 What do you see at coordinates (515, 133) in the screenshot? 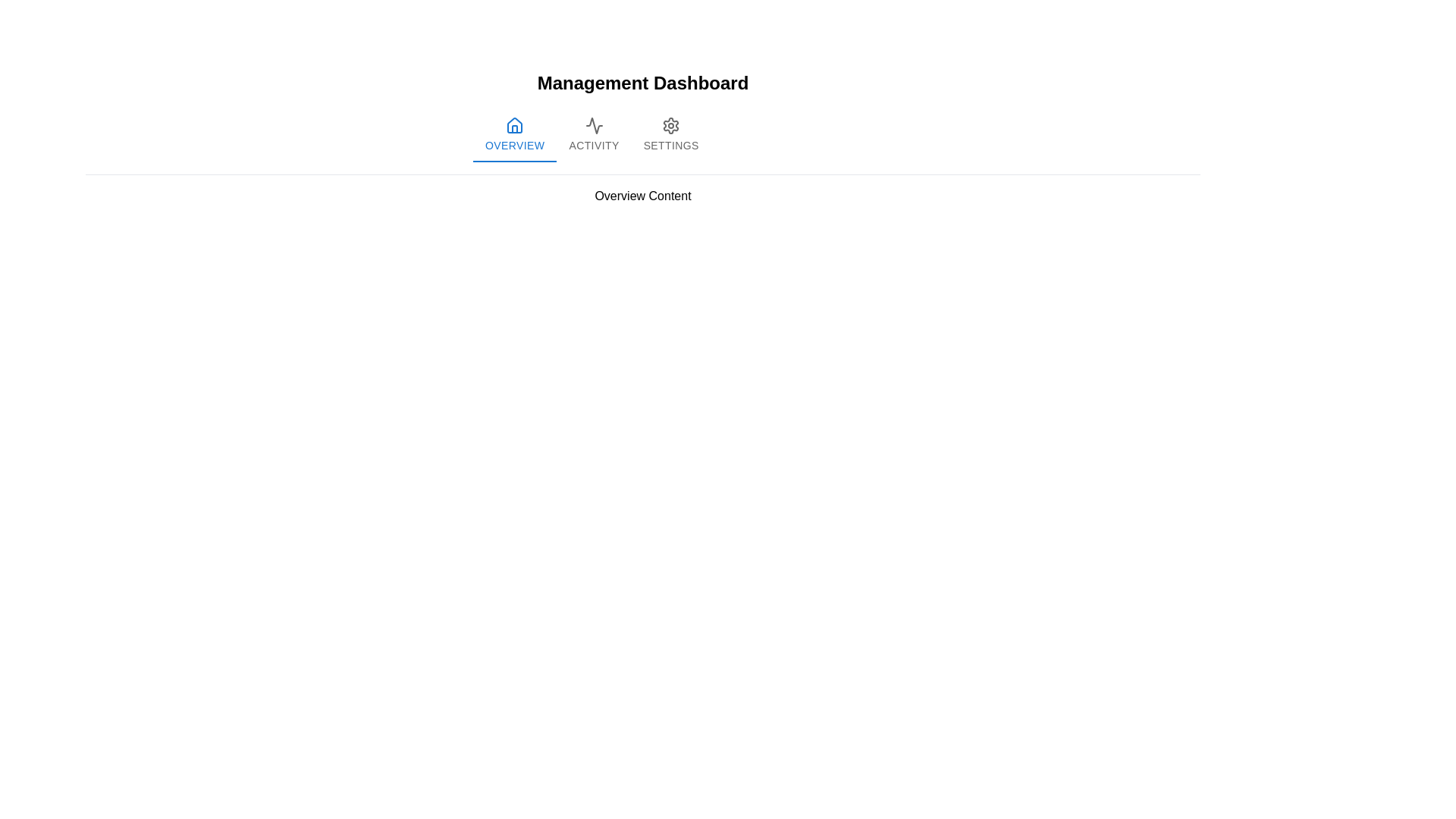
I see `the leftmost tab button` at bounding box center [515, 133].